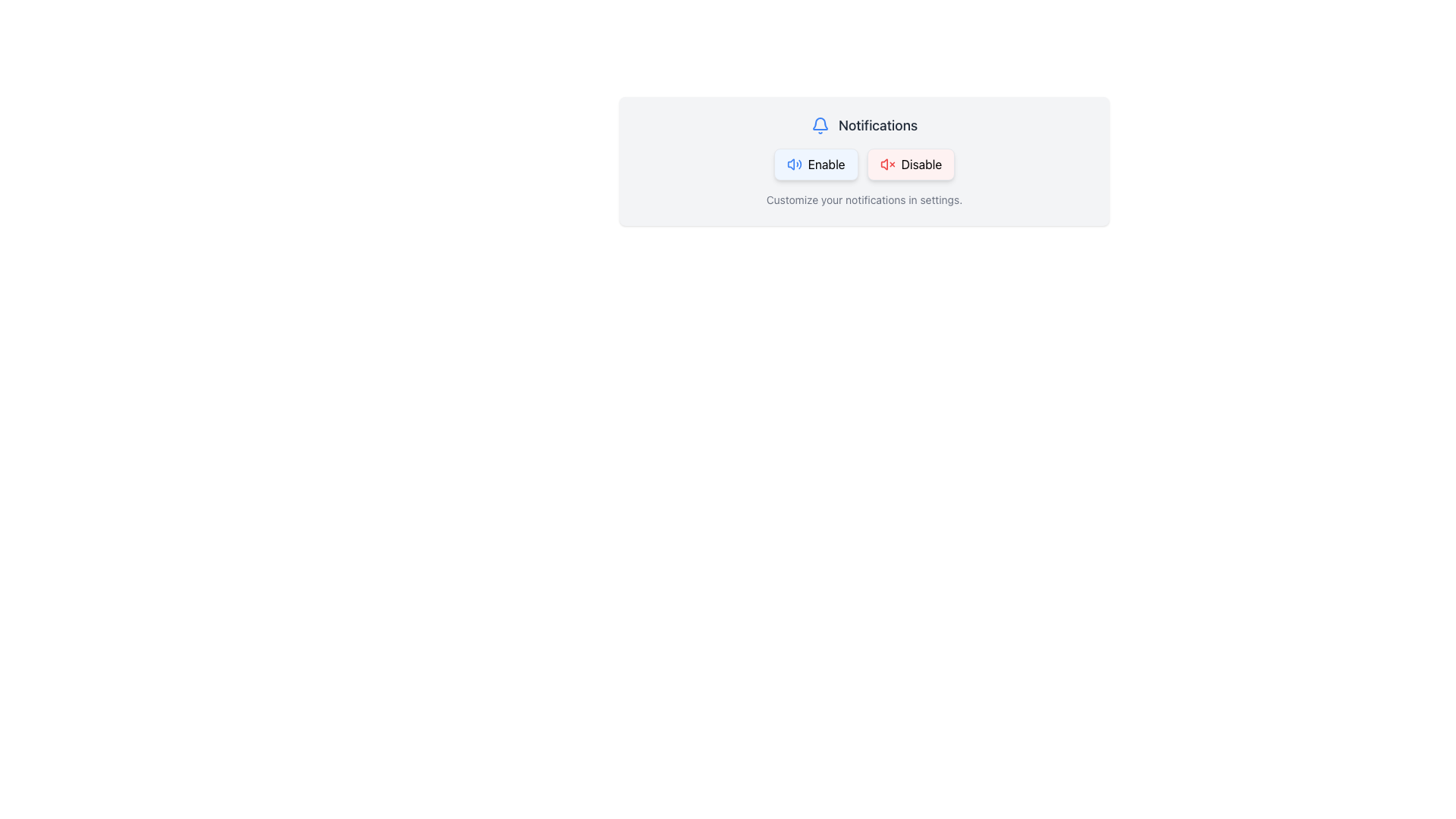 The width and height of the screenshot is (1456, 819). I want to click on the notification bell icon outlined in blue, located to the left of the 'Notifications' text in the header section, so click(819, 124).